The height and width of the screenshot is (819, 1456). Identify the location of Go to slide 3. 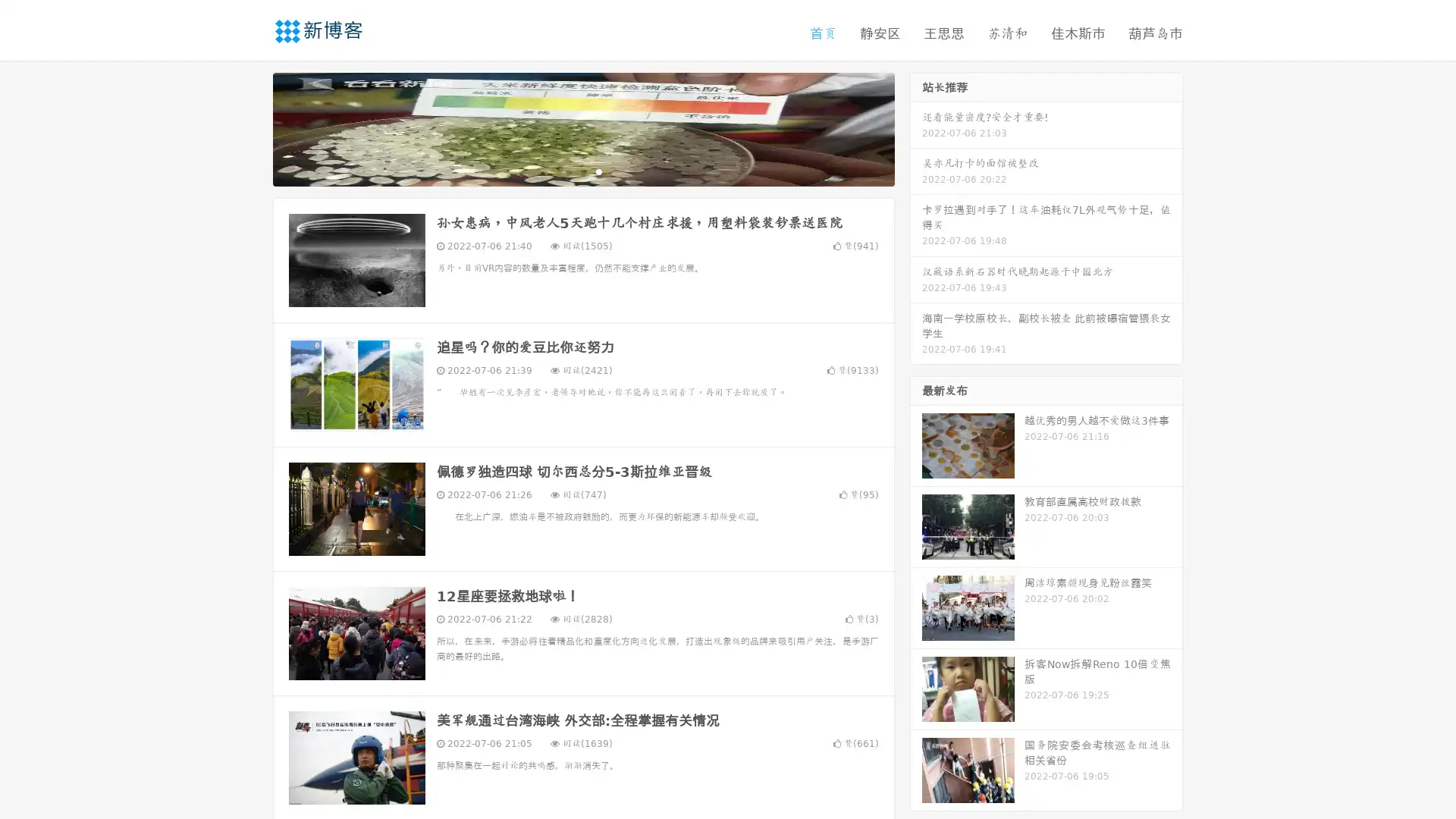
(598, 171).